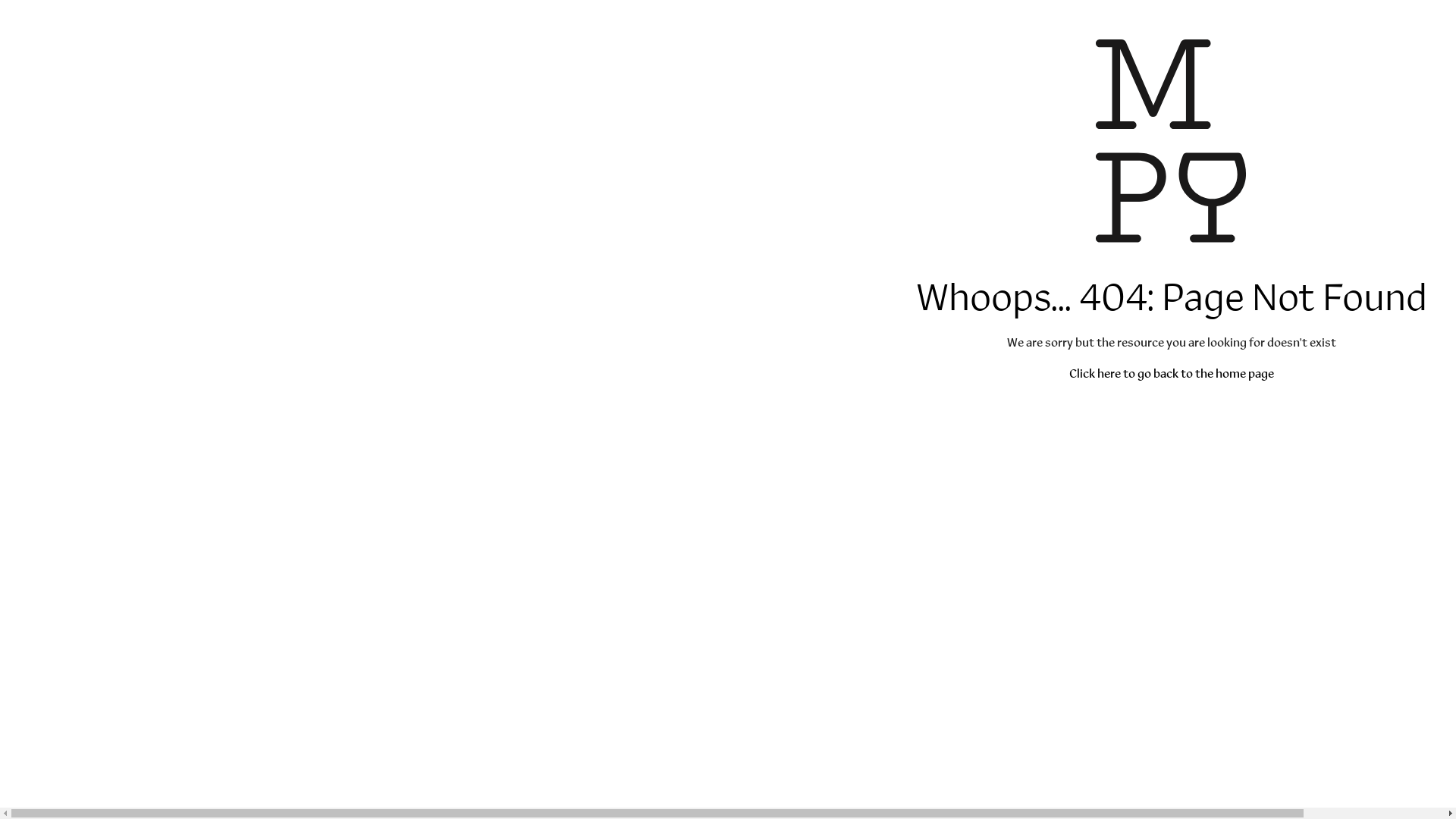 The height and width of the screenshot is (819, 1456). Describe the element at coordinates (1171, 373) in the screenshot. I see `'Click here to go back to the home page'` at that location.